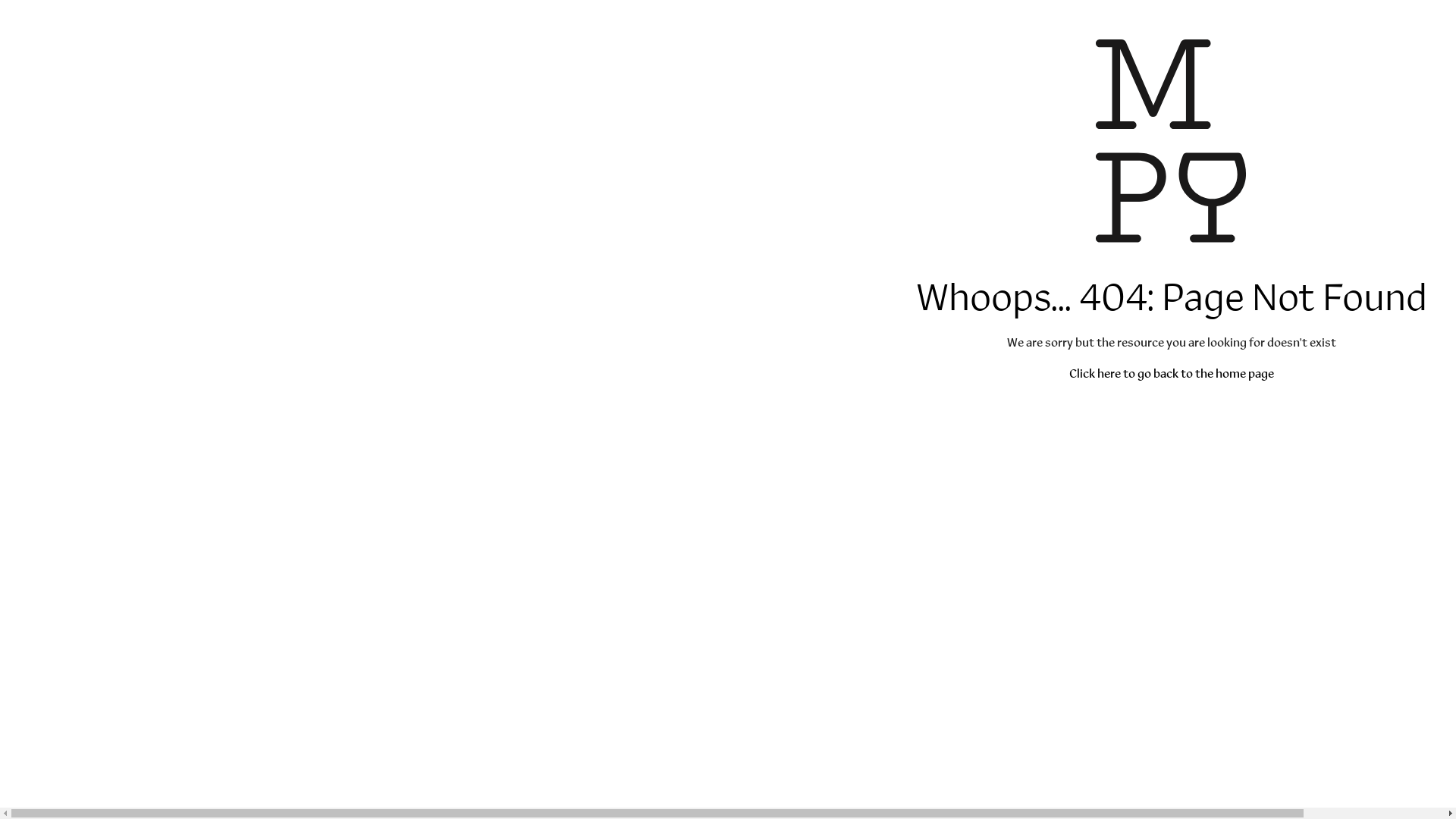 The height and width of the screenshot is (819, 1456). Describe the element at coordinates (1171, 373) in the screenshot. I see `'Click here to go back to the home page'` at that location.